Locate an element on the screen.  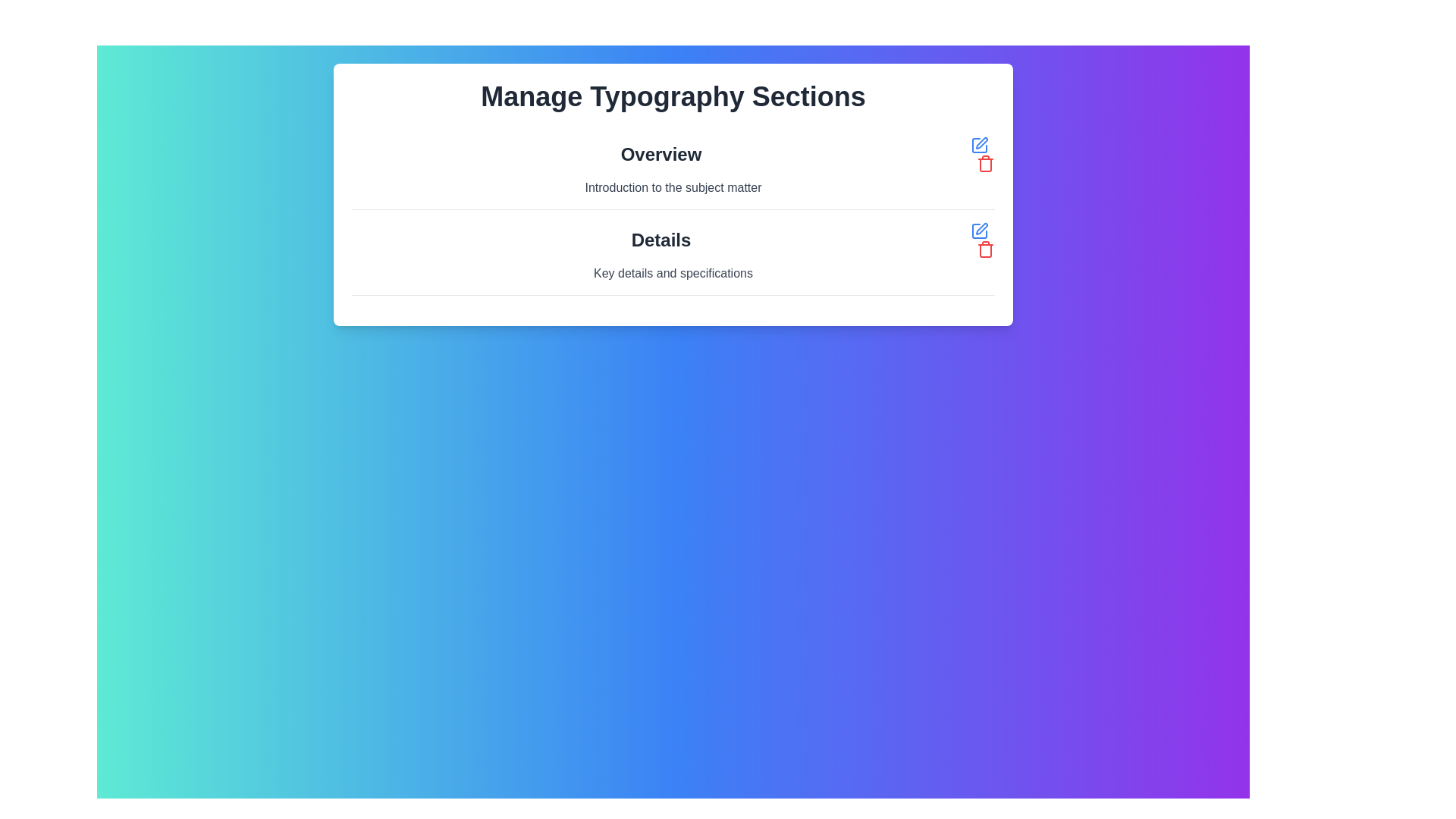
the small square-shaped button styled as a pen tool icon, located to the right of the 'Details' label in the bottom row of the layout is located at coordinates (979, 146).